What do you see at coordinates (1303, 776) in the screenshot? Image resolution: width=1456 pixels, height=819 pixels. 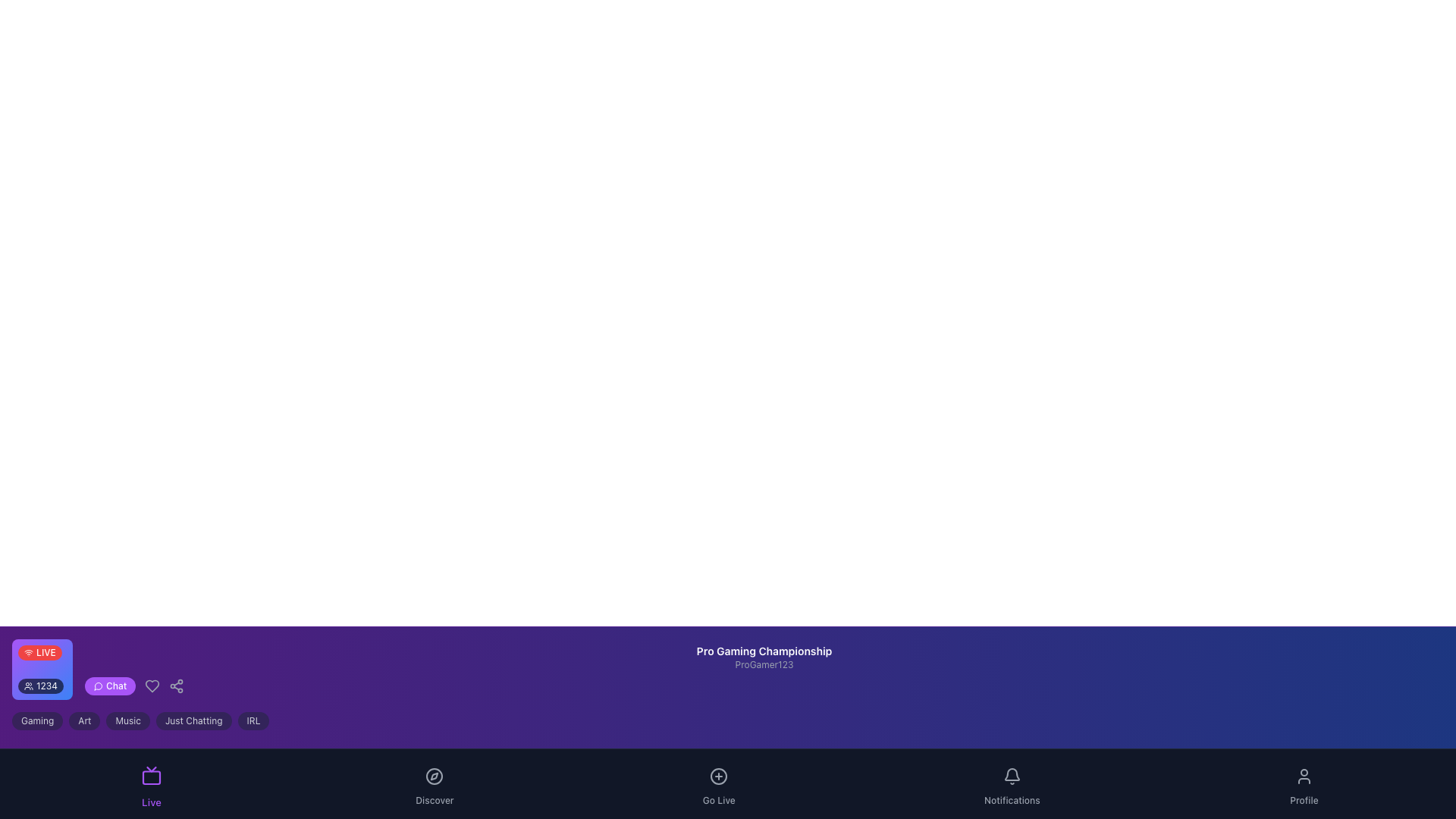 I see `the user icon in the 'Profile' section of the bottom navigation bar` at bounding box center [1303, 776].